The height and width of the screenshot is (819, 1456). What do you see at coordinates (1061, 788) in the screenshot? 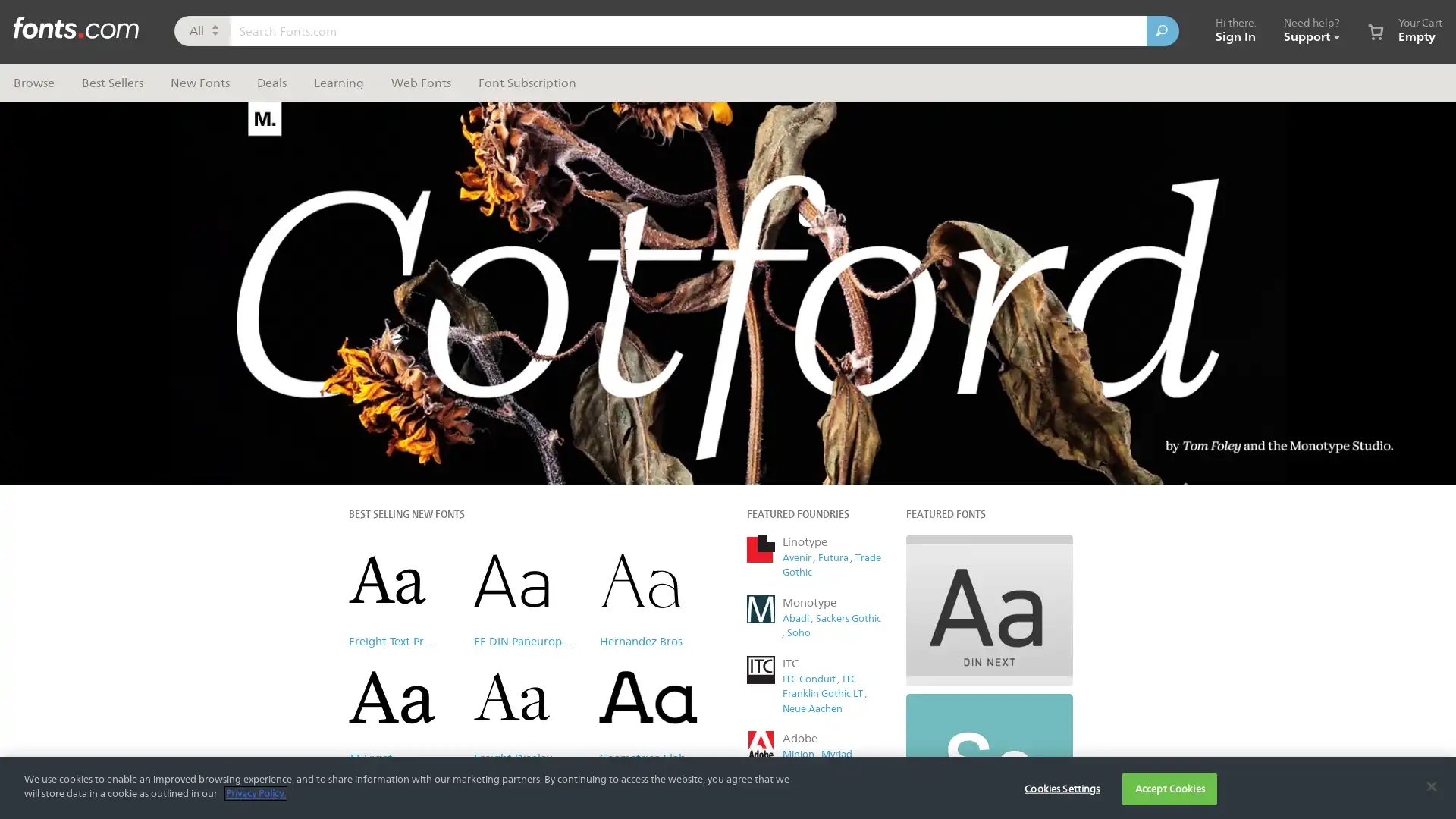
I see `Cookies Settings` at bounding box center [1061, 788].